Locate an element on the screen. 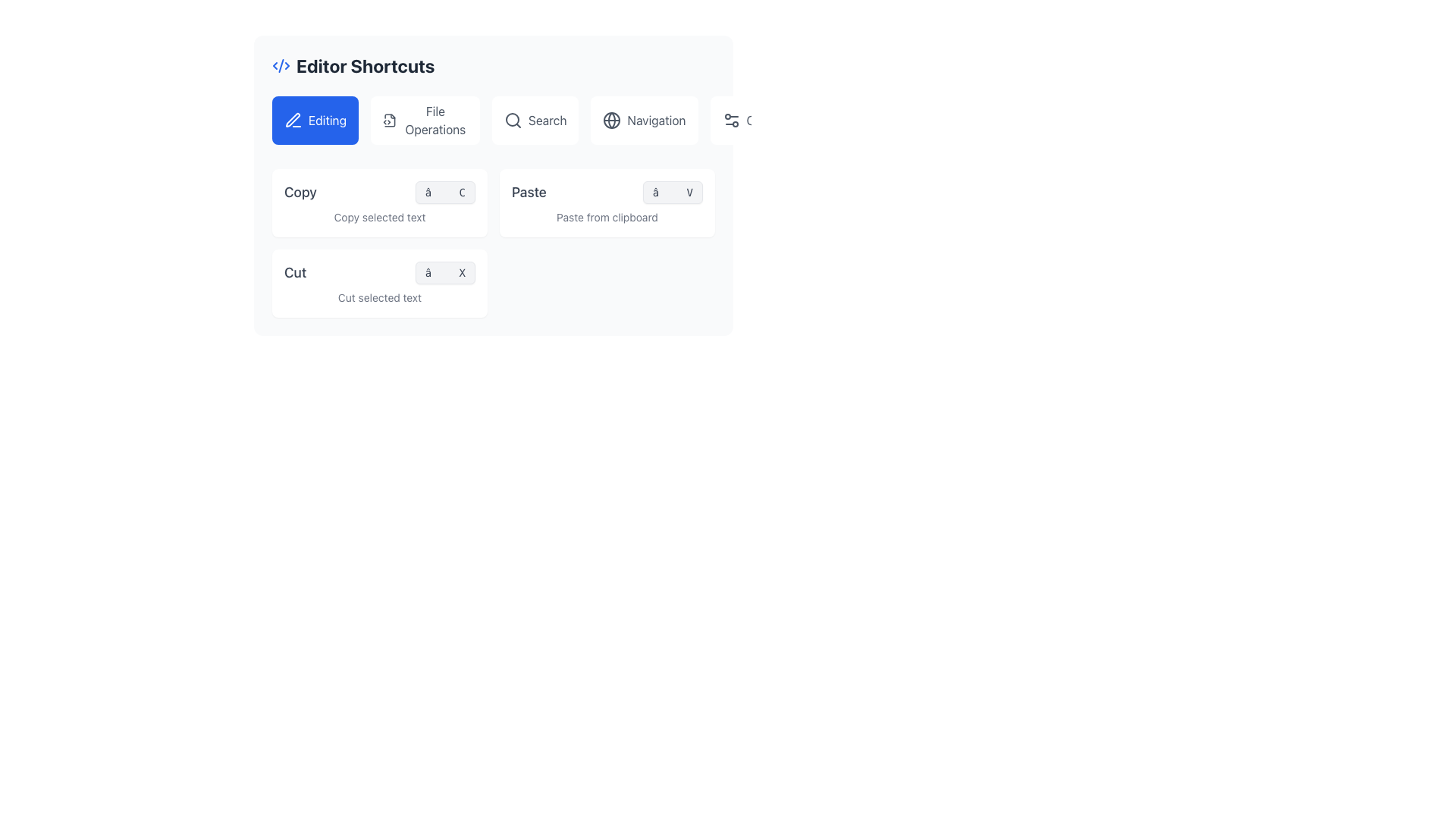 Image resolution: width=1456 pixels, height=819 pixels. 'Paste' text label located in the second row of the editor shortcuts panel under the 'Editing' section is located at coordinates (529, 192).